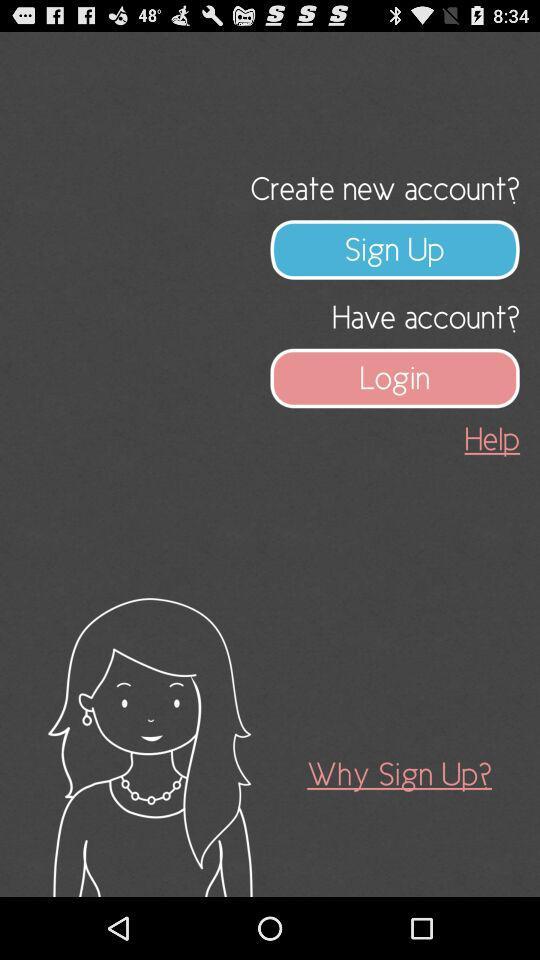 The image size is (540, 960). I want to click on the login item, so click(395, 377).